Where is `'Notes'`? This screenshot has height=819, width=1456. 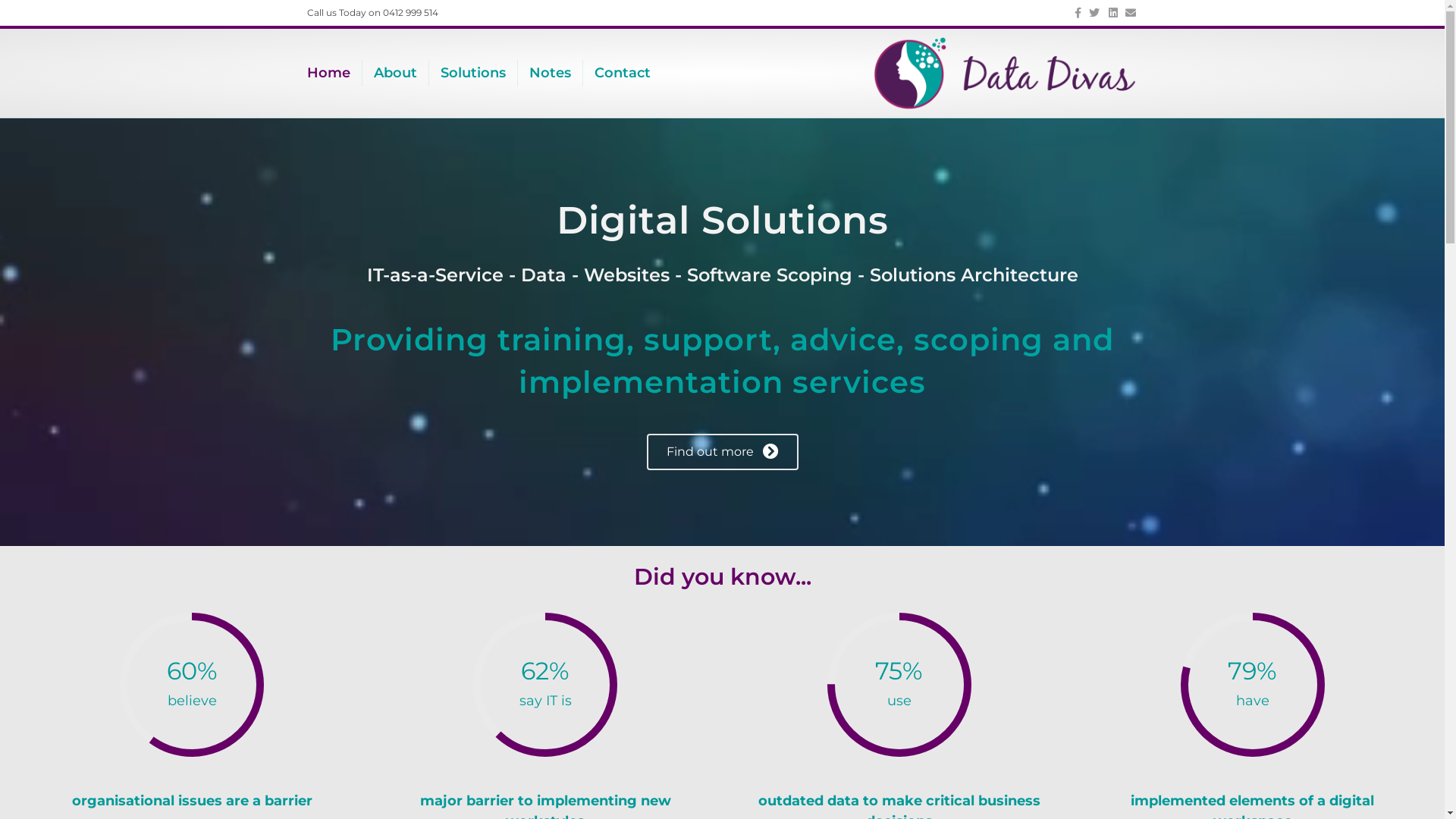 'Notes' is located at coordinates (549, 73).